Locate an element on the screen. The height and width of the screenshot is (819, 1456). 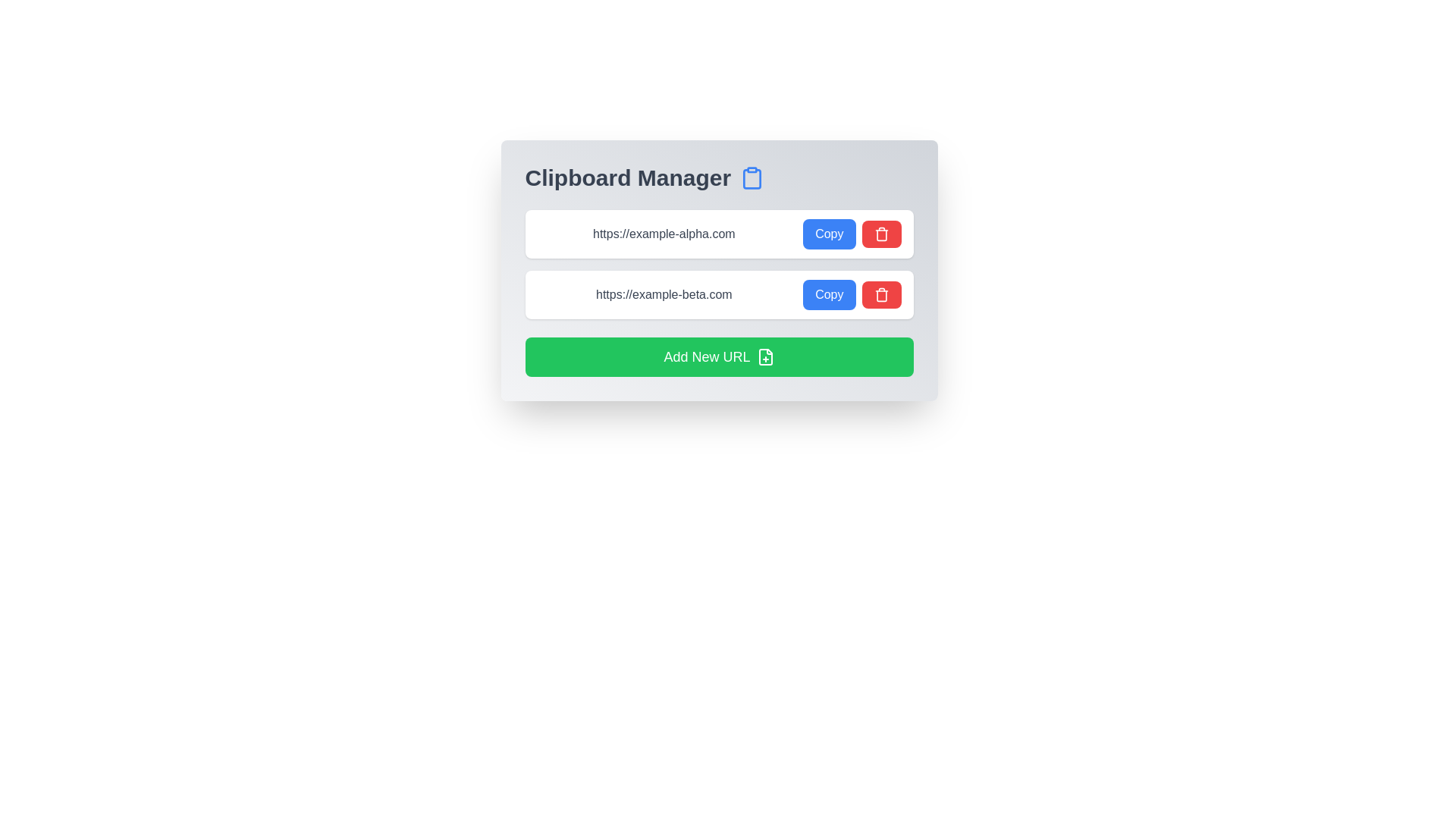
the small document icon with a plus sign on the green button labeled 'Add New URL' is located at coordinates (765, 356).